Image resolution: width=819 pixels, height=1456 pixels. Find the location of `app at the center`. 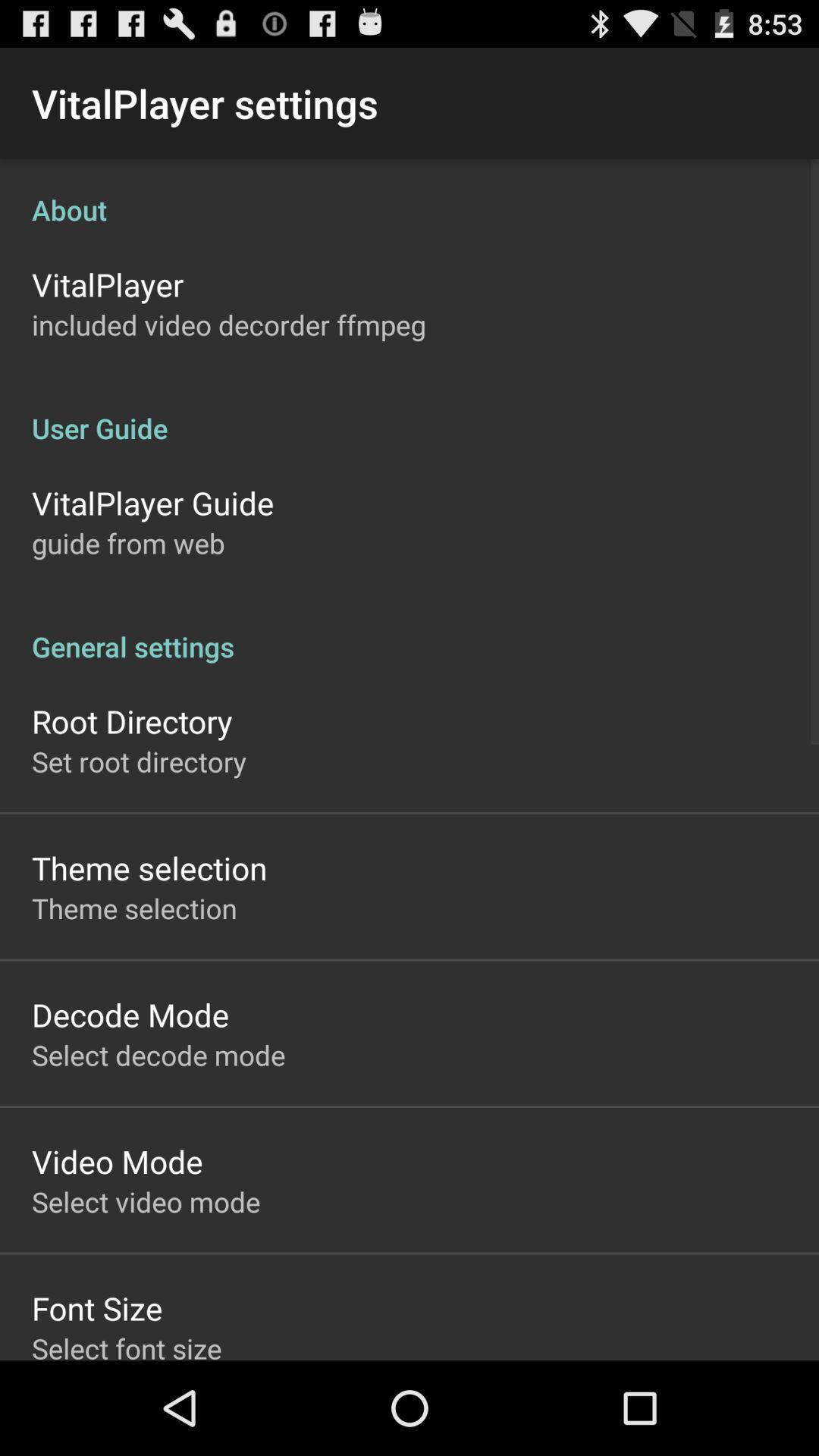

app at the center is located at coordinates (409, 630).